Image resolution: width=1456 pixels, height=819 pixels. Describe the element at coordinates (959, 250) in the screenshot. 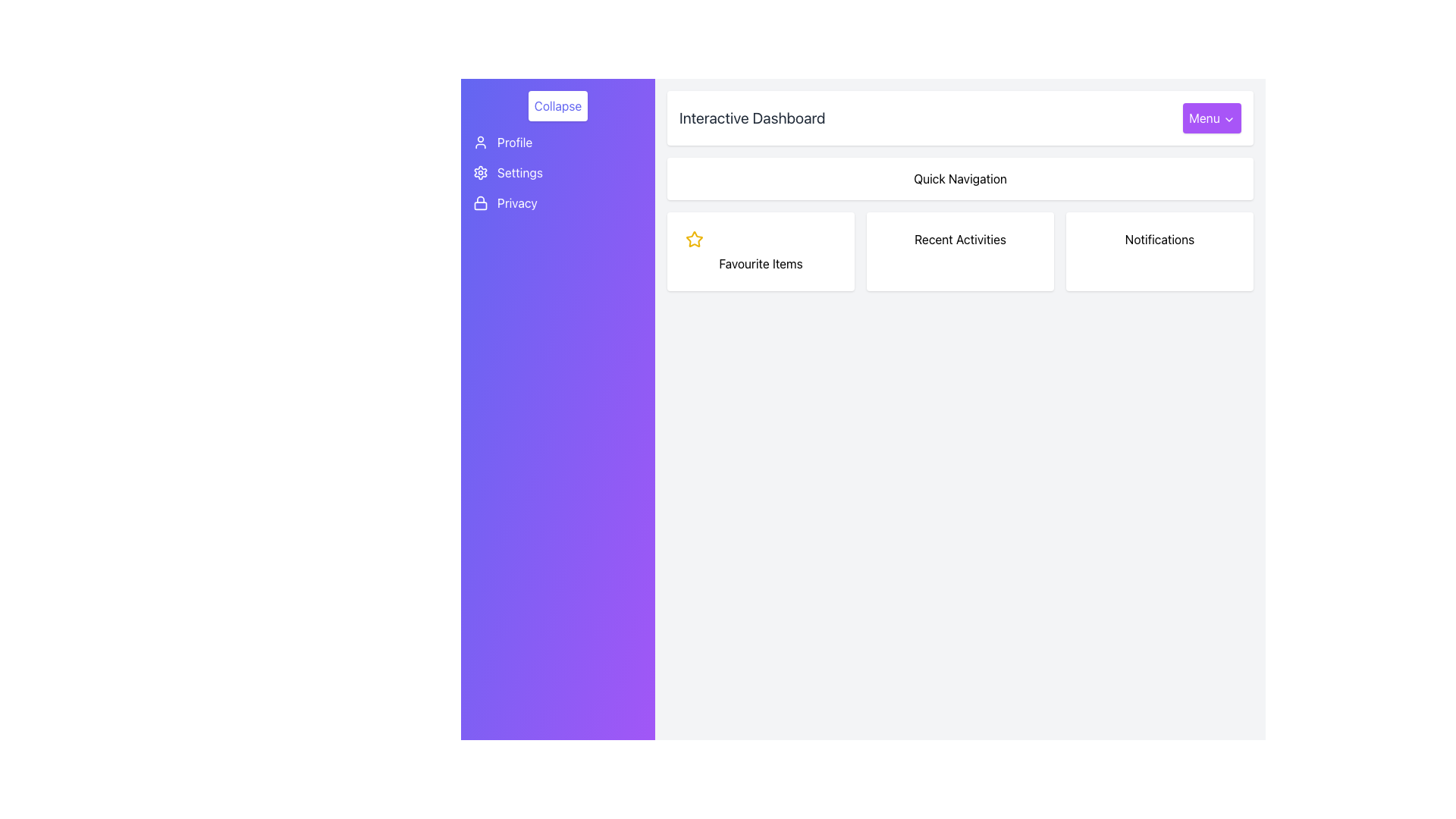

I see `the Static informational box or label for the 'Recent Activities' section, which is positioned in the middle column of the three-part grid layout` at that location.